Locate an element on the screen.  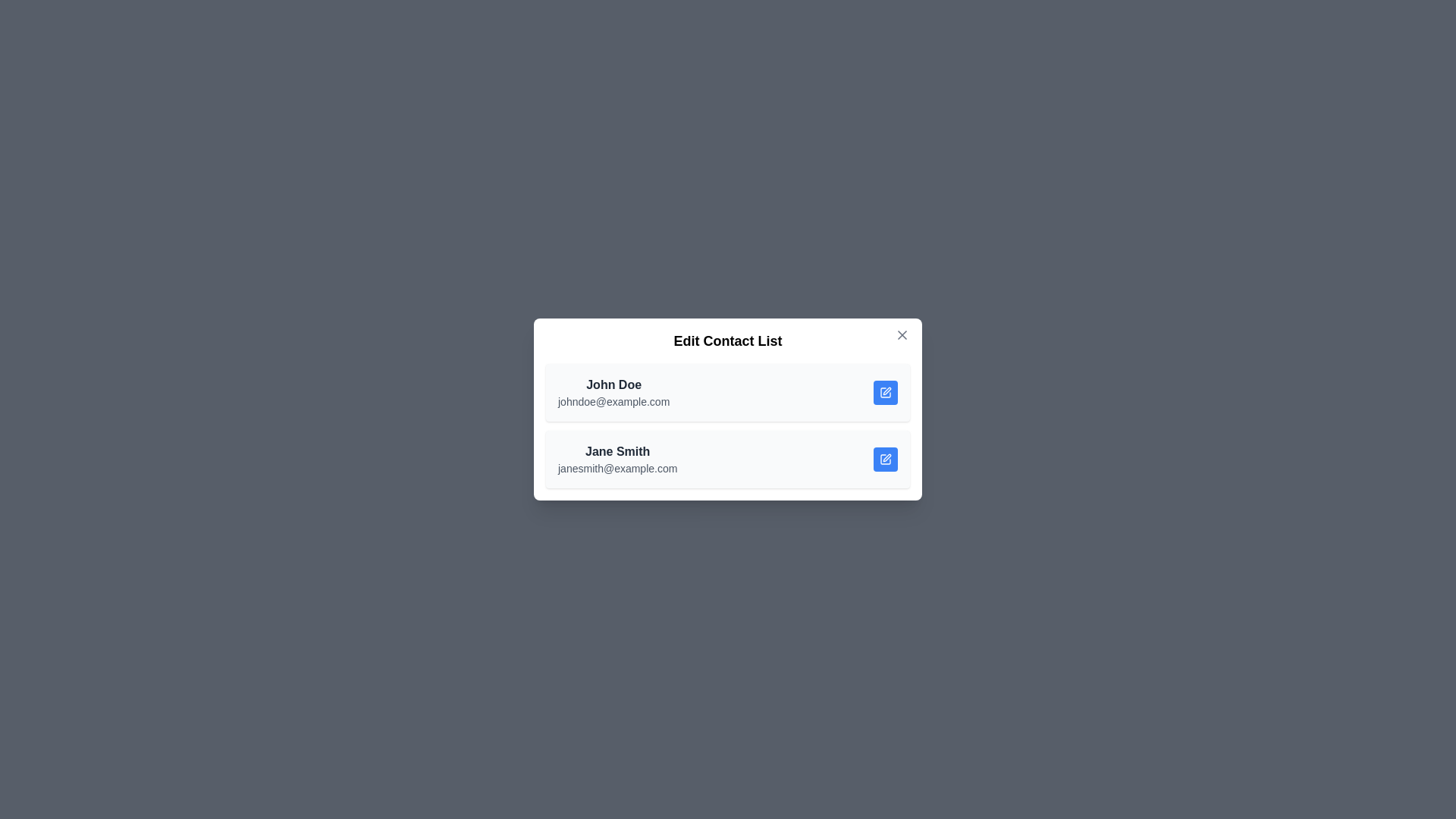
the close button to dismiss the editor is located at coordinates (902, 334).